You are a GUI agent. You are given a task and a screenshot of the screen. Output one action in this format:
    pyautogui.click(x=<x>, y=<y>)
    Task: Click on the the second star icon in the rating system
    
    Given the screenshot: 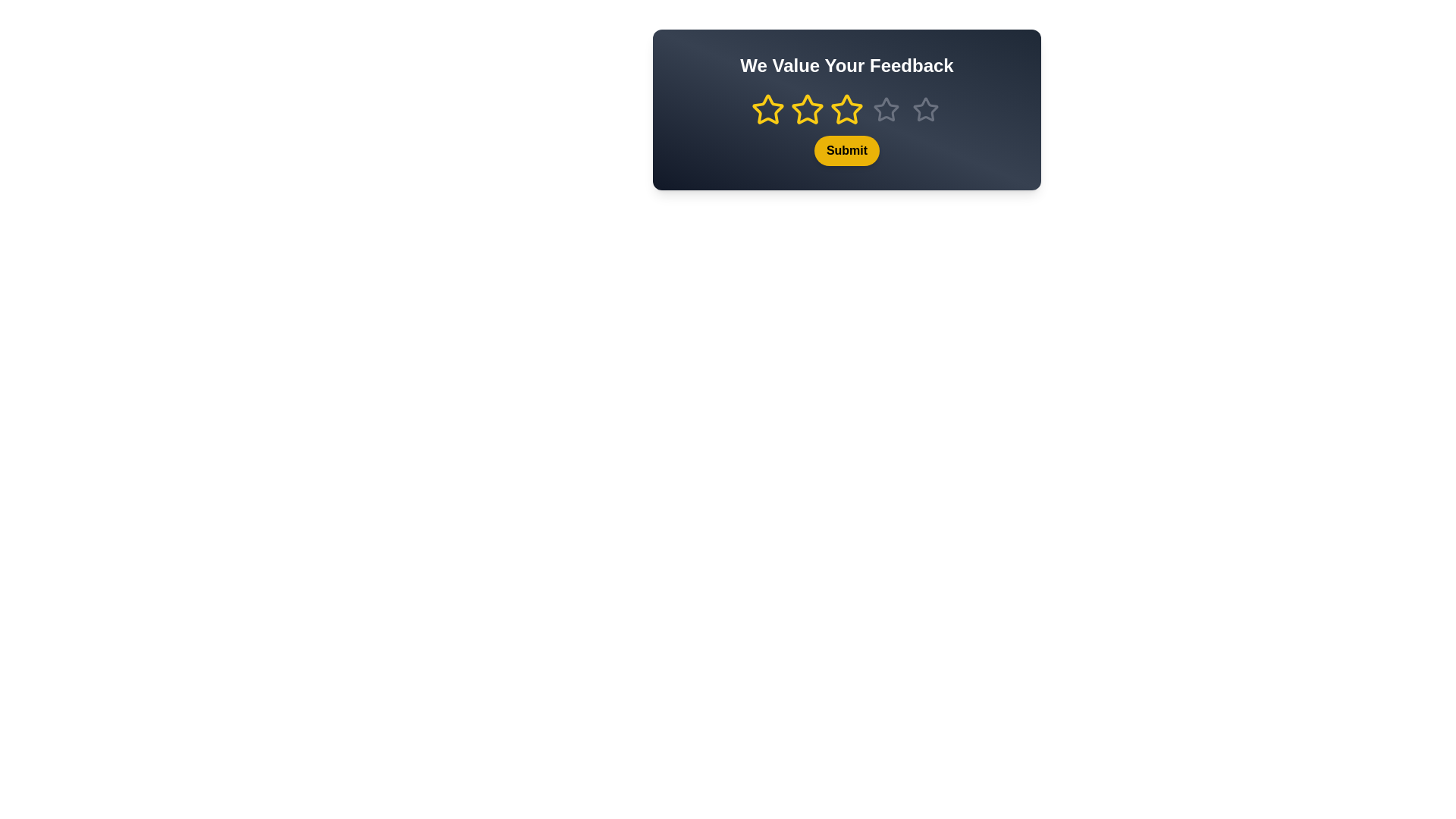 What is the action you would take?
    pyautogui.click(x=806, y=108)
    